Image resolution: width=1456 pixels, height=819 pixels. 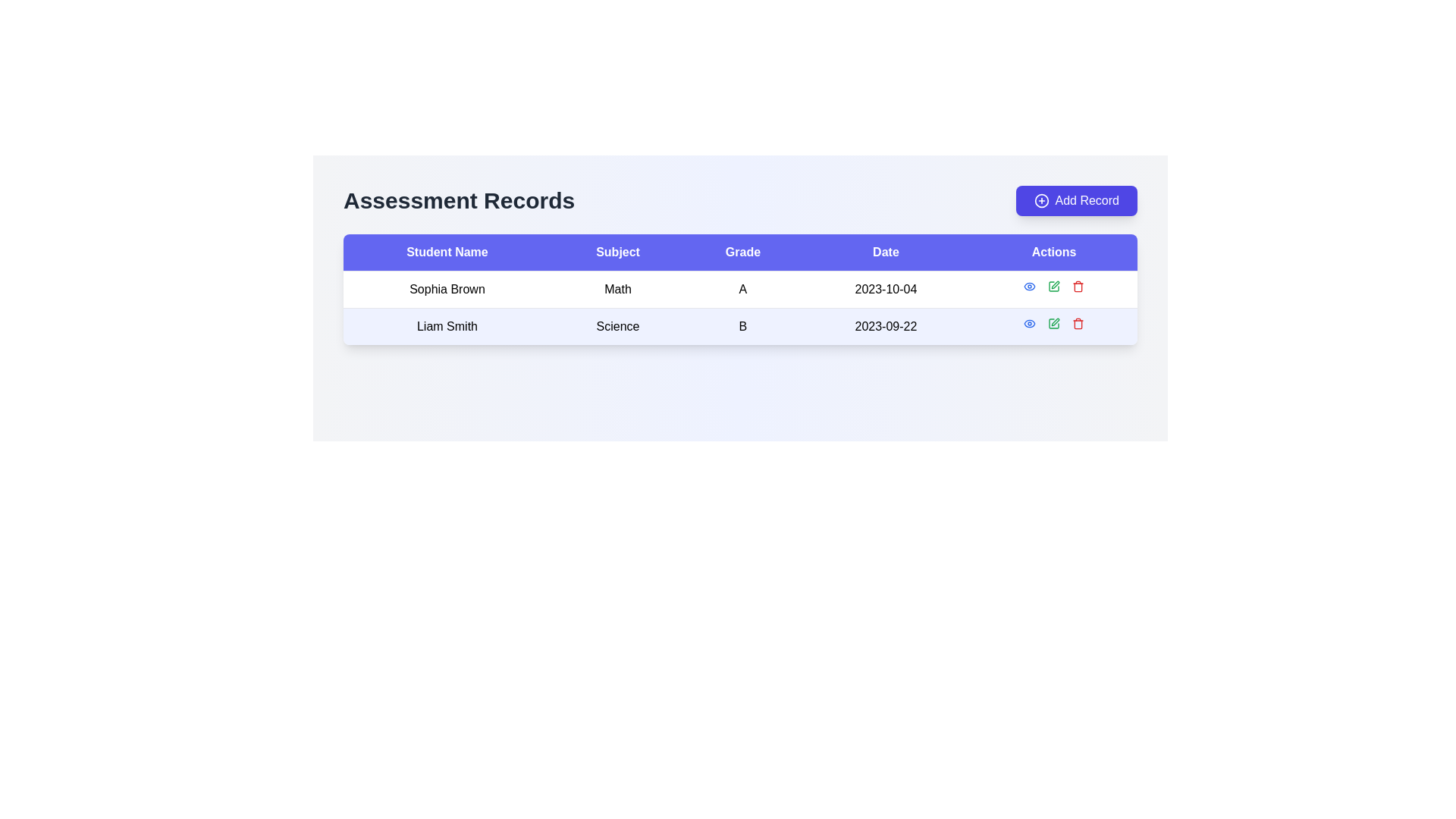 What do you see at coordinates (1055, 321) in the screenshot?
I see `the edit button (pencil icon) in the actions column of the second row for 'Liam Smith' to initiate edit mode for the table row` at bounding box center [1055, 321].